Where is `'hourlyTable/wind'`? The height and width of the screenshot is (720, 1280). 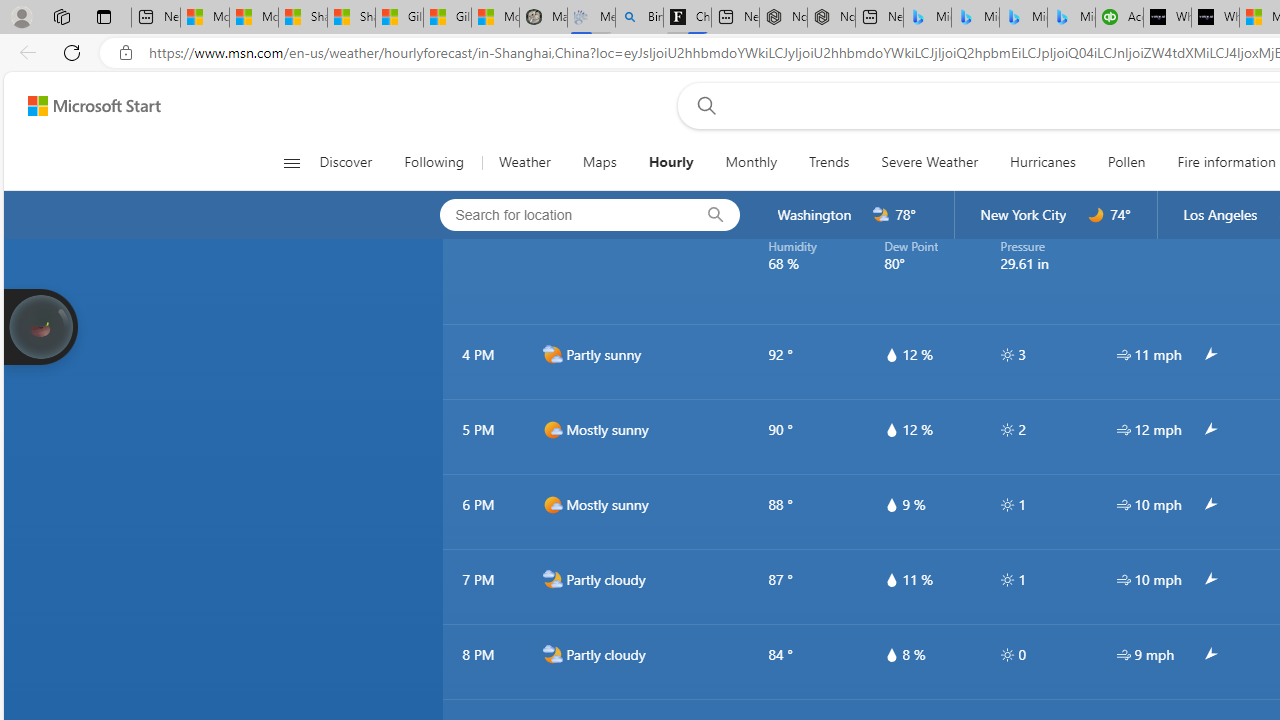
'hourlyTable/wind' is located at coordinates (1123, 654).